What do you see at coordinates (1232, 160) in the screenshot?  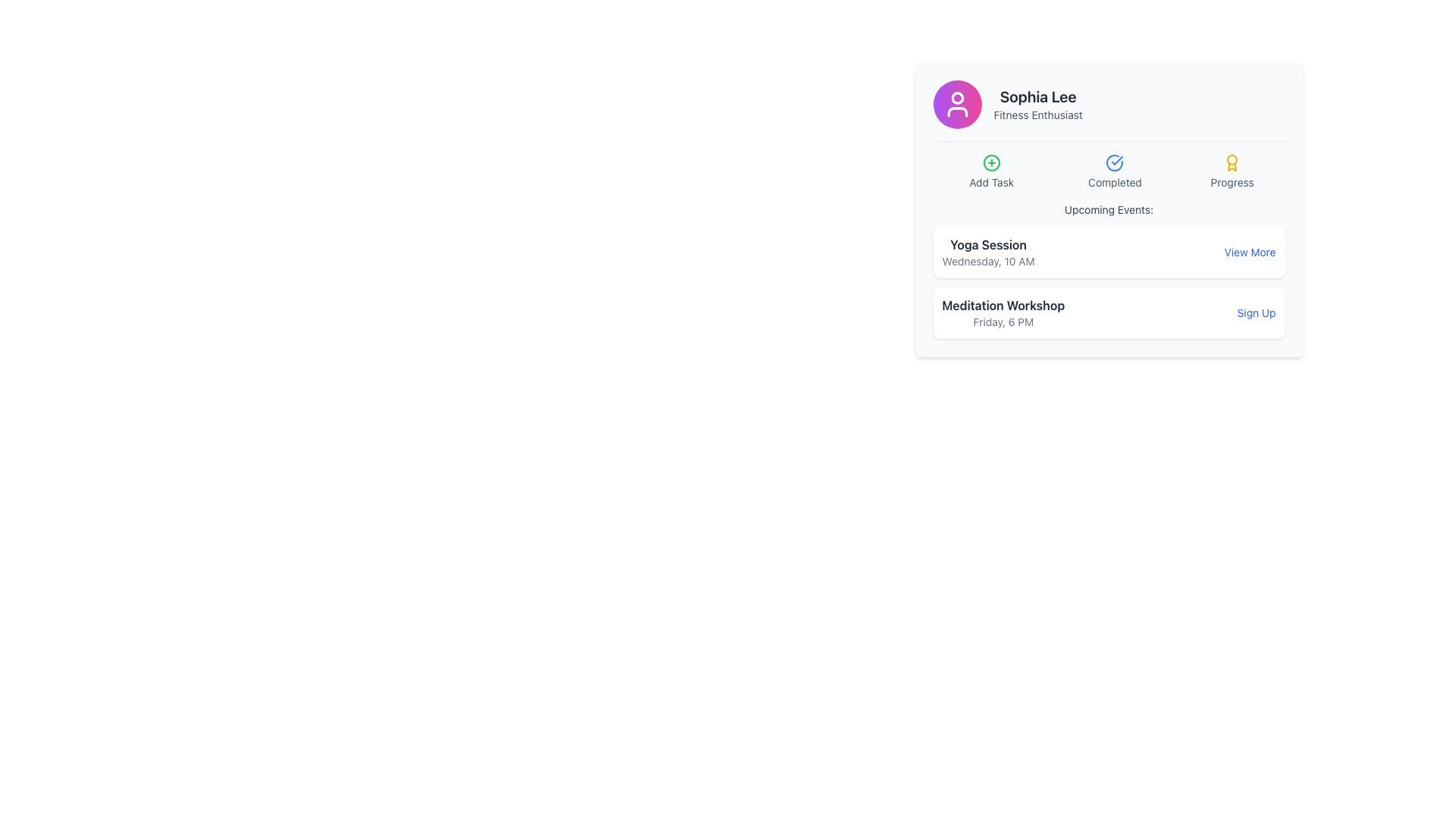 I see `the visual appearance of the circle-shaped SVG element within the award icon under the title 'Fitness Enthusiast' for 'Sophia Lee'` at bounding box center [1232, 160].